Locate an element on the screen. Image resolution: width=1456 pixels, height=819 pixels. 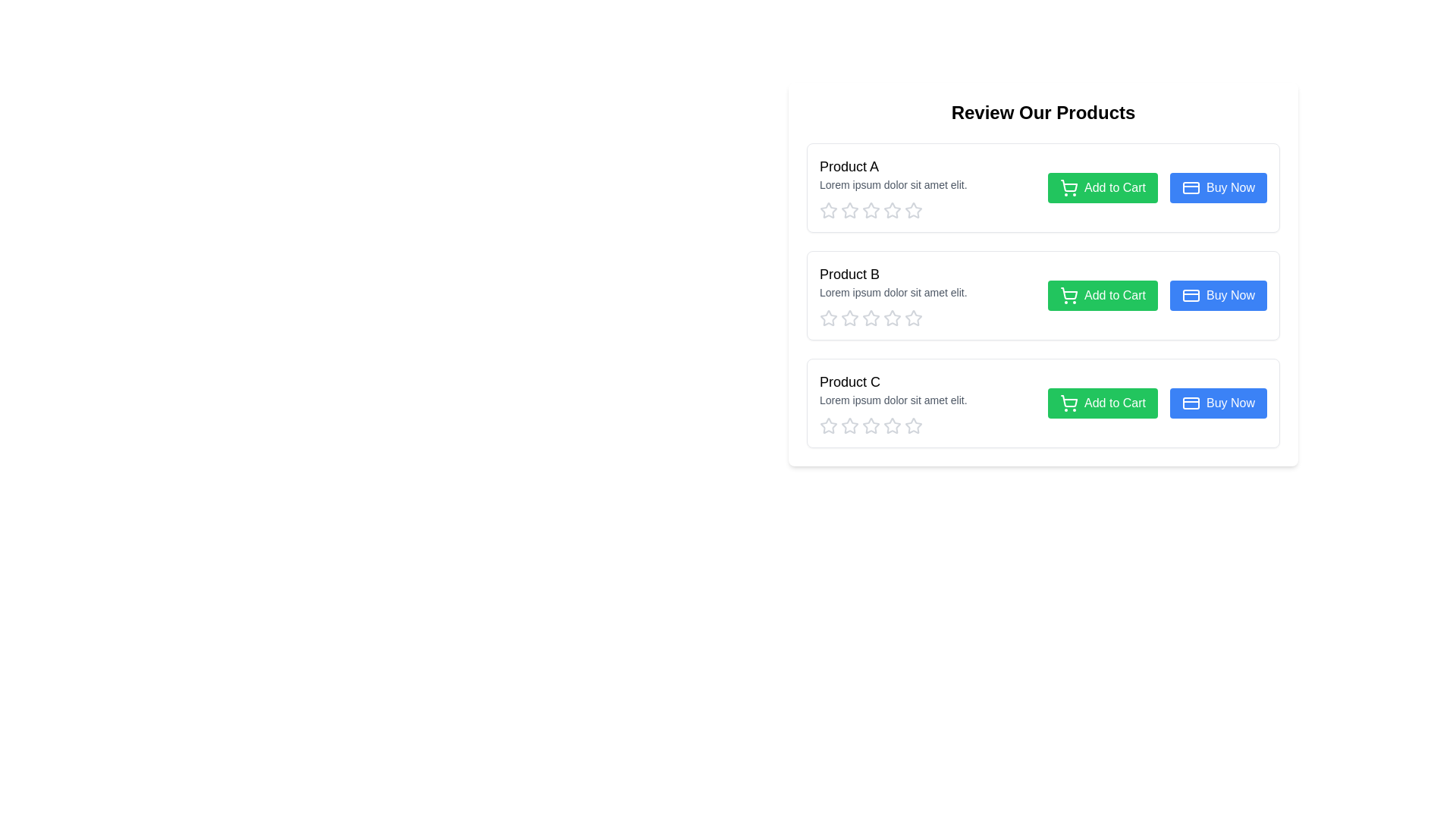
the third rating star in the second row of the product rating interface for 'Product B' is located at coordinates (871, 317).